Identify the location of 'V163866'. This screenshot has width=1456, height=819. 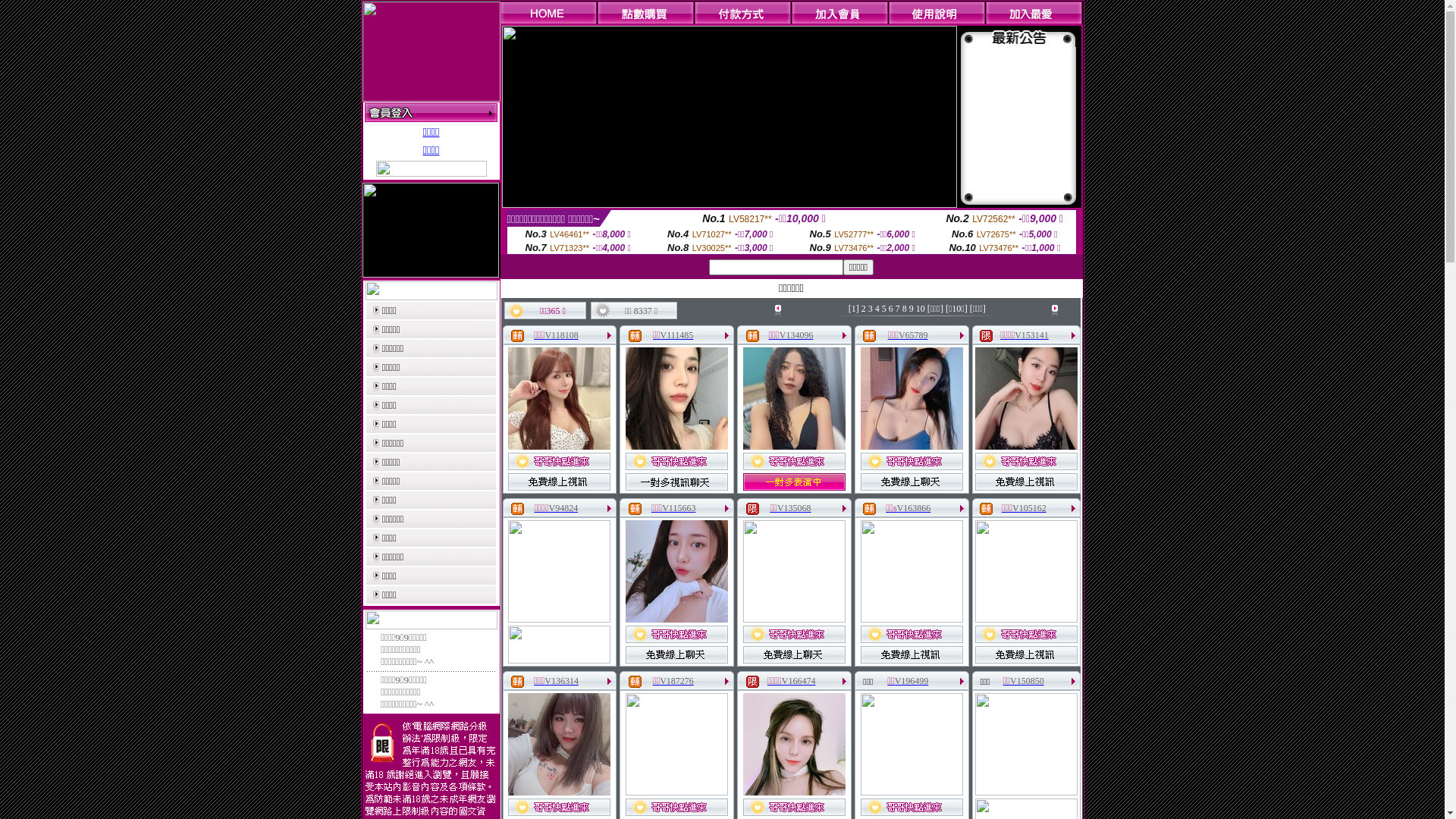
(913, 508).